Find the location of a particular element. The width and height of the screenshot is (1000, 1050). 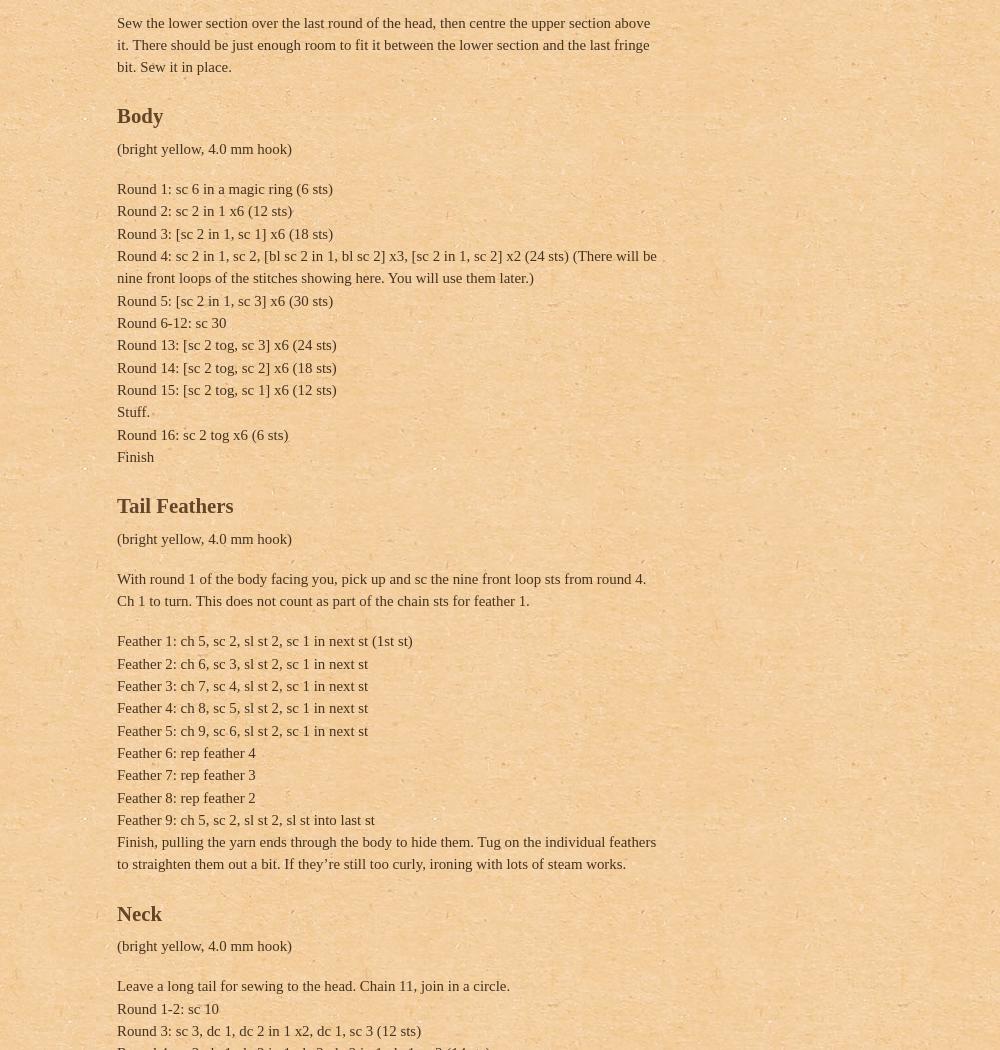

'Feather 9: ch 5, sc 2, sl st 2, sl st into last st' is located at coordinates (244, 818).